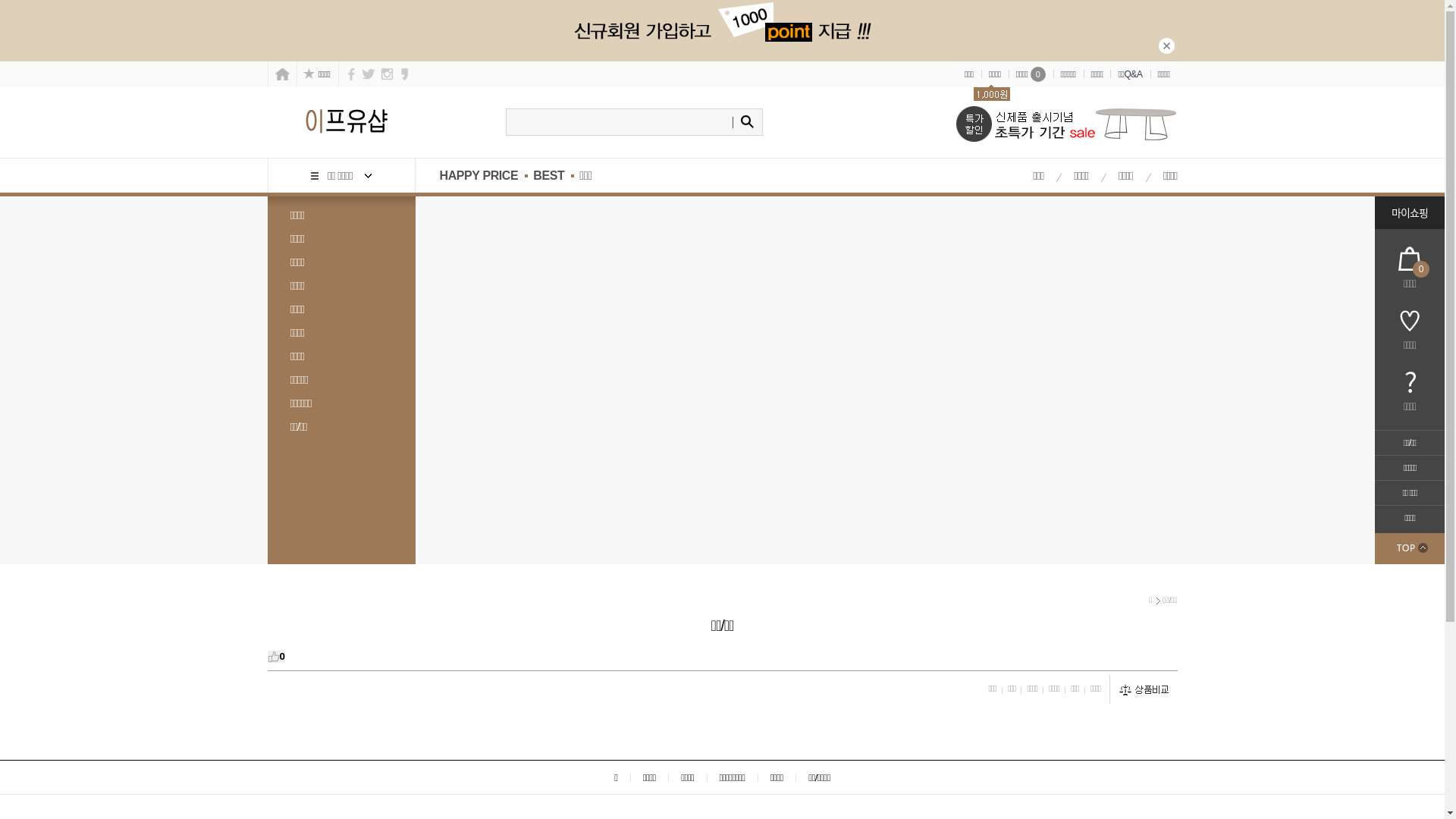  What do you see at coordinates (469, 174) in the screenshot?
I see `'HAPPY PRICE'` at bounding box center [469, 174].